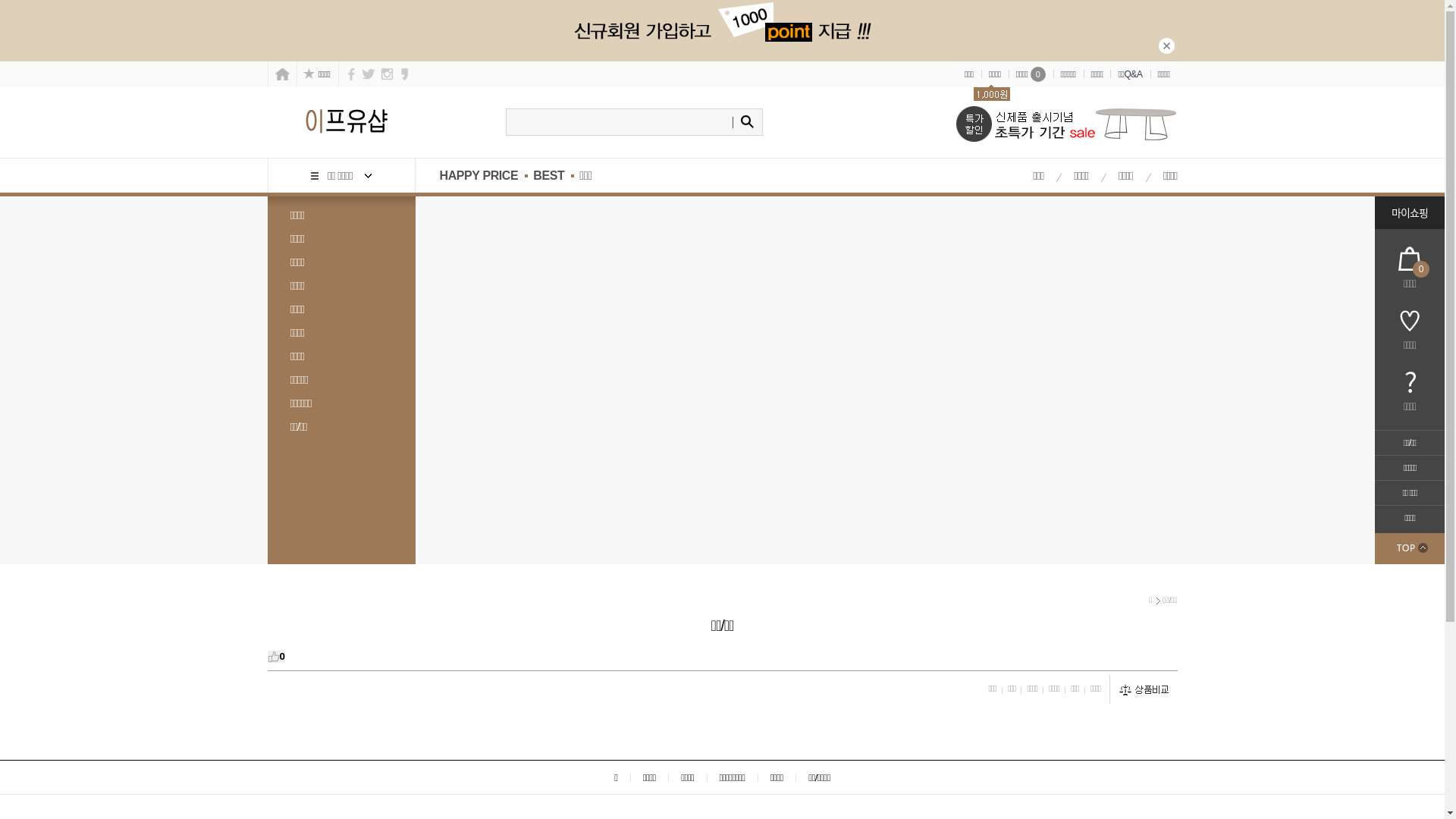  What do you see at coordinates (469, 174) in the screenshot?
I see `'HAPPY PRICE'` at bounding box center [469, 174].